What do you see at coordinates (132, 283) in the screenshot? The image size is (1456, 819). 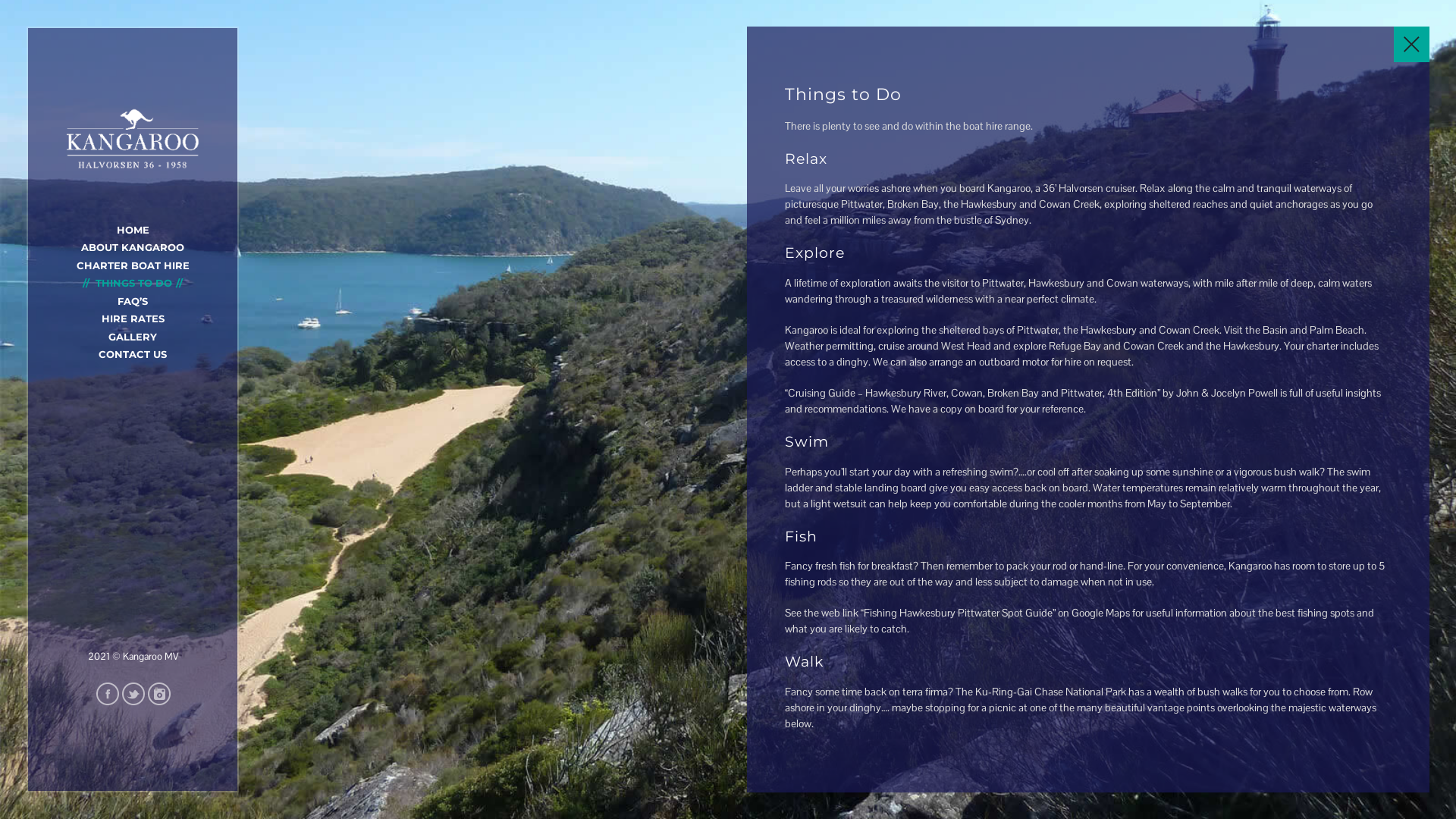 I see `'THINGS TO DO'` at bounding box center [132, 283].